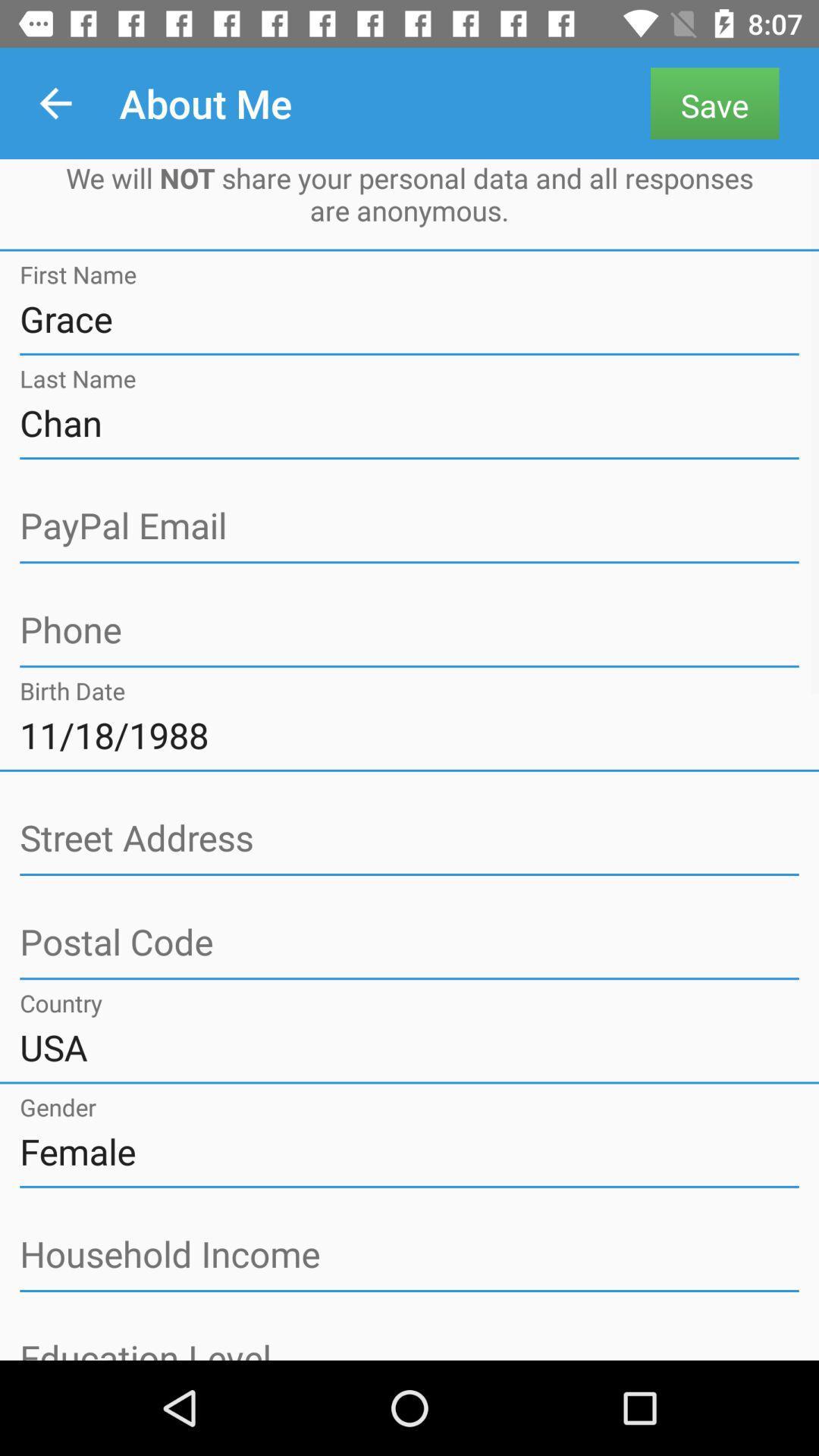  What do you see at coordinates (409, 422) in the screenshot?
I see `chan` at bounding box center [409, 422].